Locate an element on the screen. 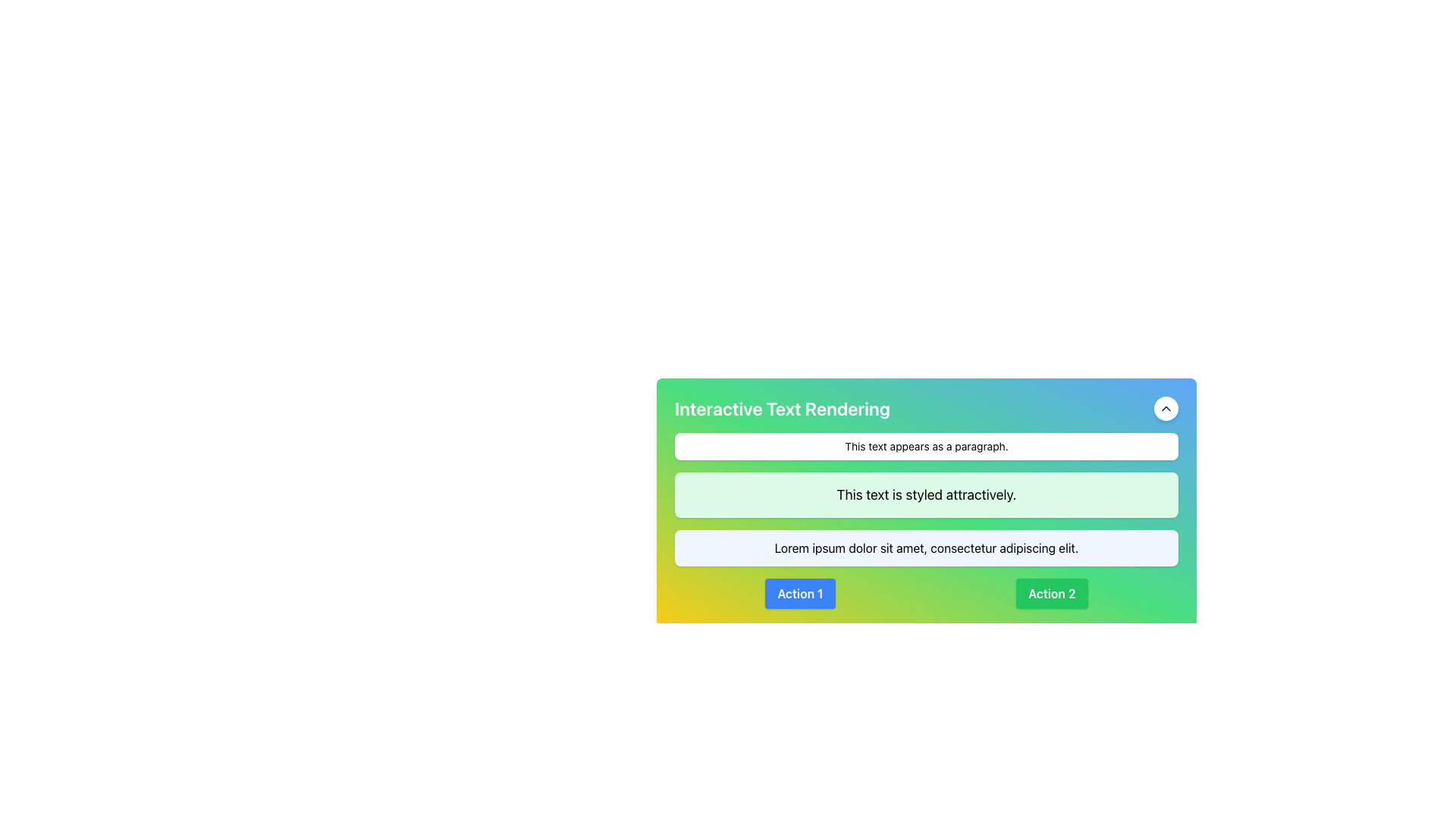  the static text display containing 'Lorem ipsum dolor sit amet, consectetur adipiscing elit.' which is styled with a light blue background and rounded corners is located at coordinates (926, 548).